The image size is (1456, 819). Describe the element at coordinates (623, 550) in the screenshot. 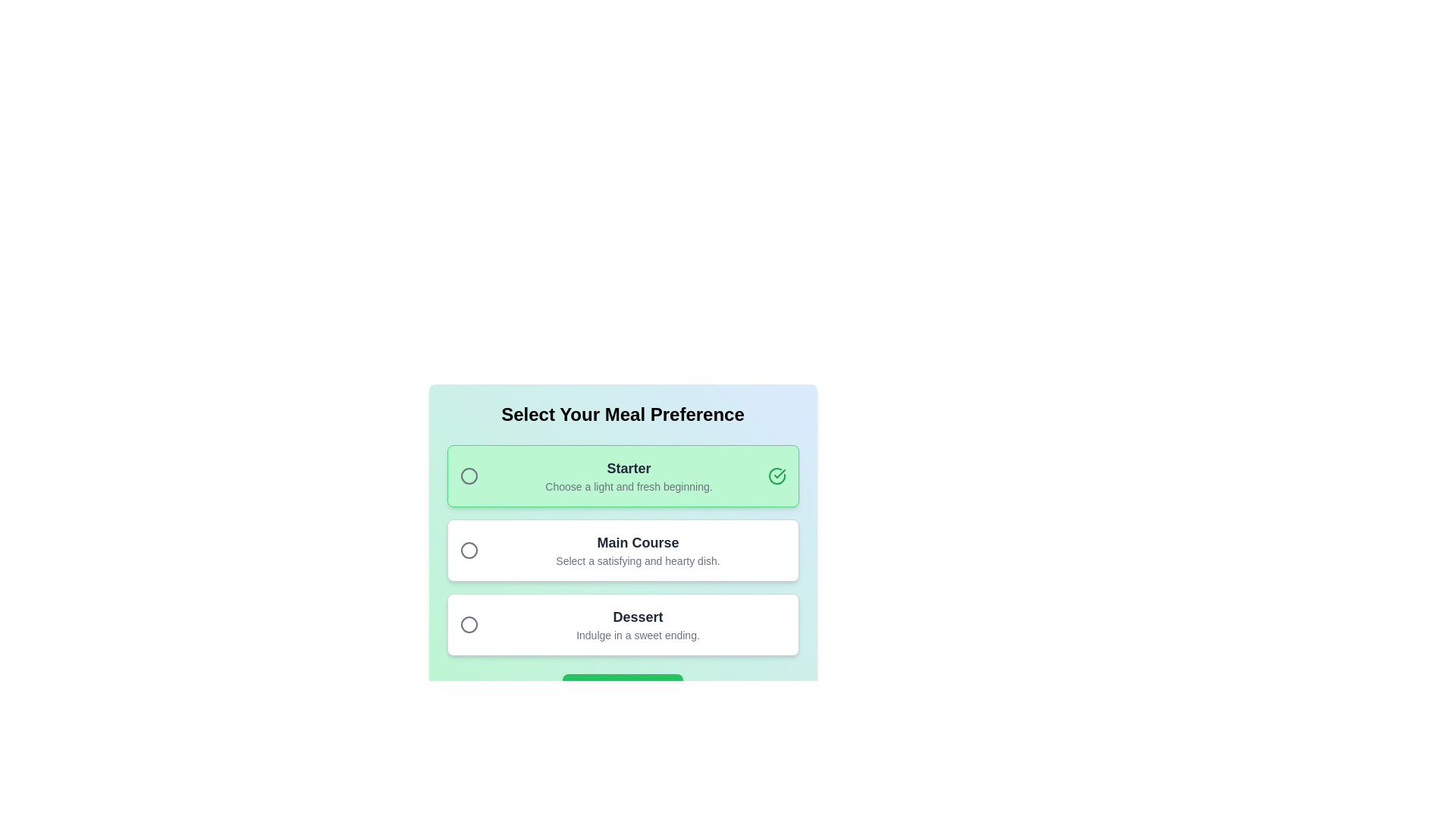

I see `the 'Main Course' button using keyboard tabbing, which is a rectangular button with a white background, featuring a gray circular icon and text describing the dish` at that location.